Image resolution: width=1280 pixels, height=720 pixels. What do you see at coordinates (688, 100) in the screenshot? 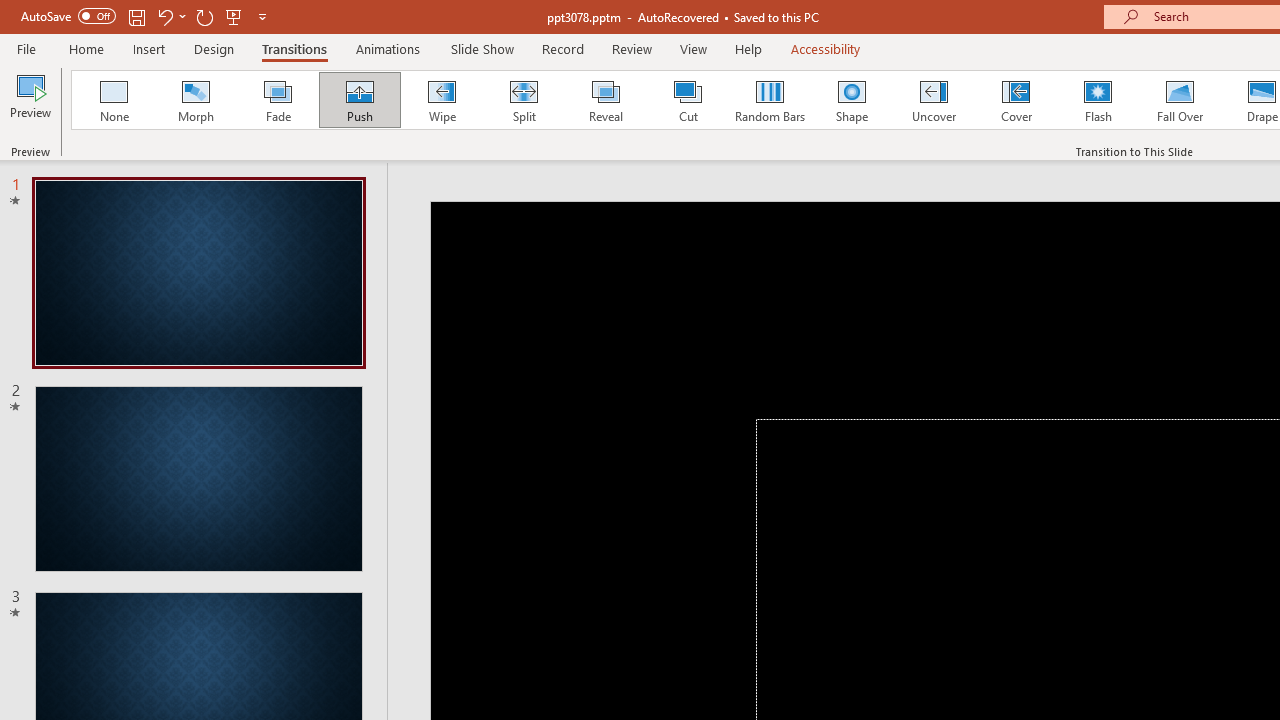
I see `'Cut'` at bounding box center [688, 100].